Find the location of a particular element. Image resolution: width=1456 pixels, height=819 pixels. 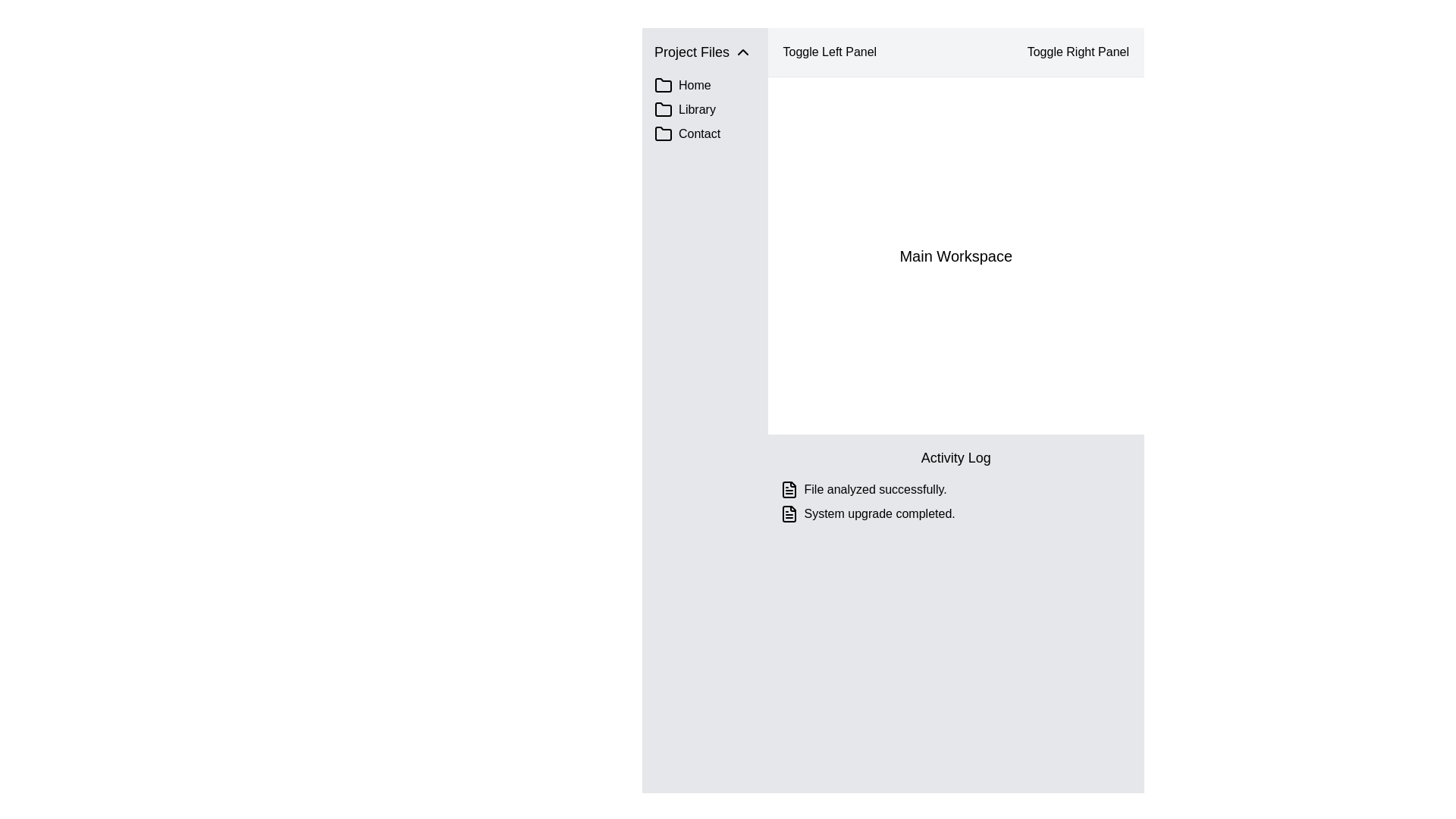

the document or file icon, which is styled in a clean and minimalistic design with a black outline, located to the left of the text 'System upgrade completed' is located at coordinates (789, 513).